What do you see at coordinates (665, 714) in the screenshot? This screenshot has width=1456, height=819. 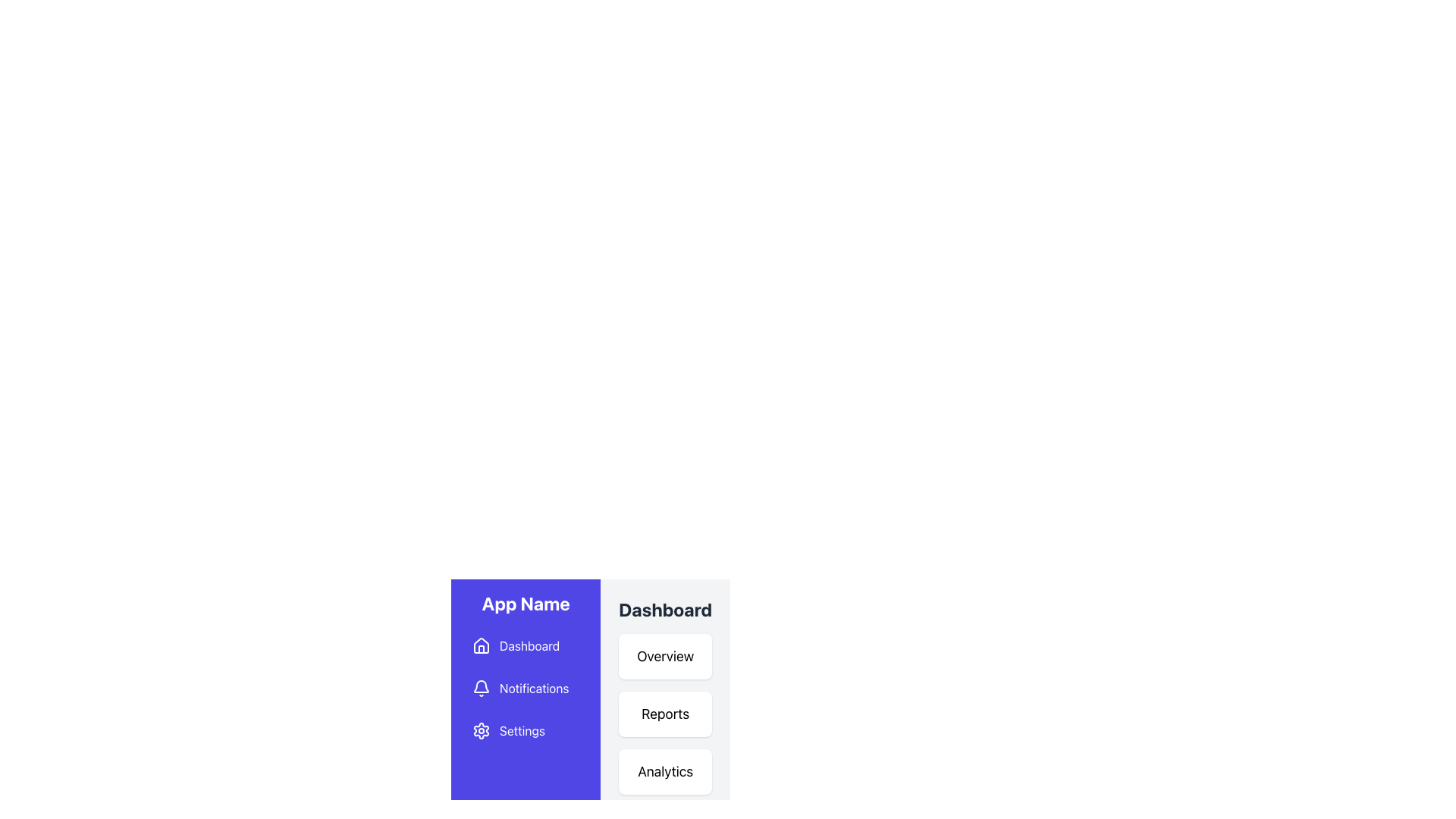 I see `the 'Reports' navigational button located within a card-style layout on the Dashboard section` at bounding box center [665, 714].